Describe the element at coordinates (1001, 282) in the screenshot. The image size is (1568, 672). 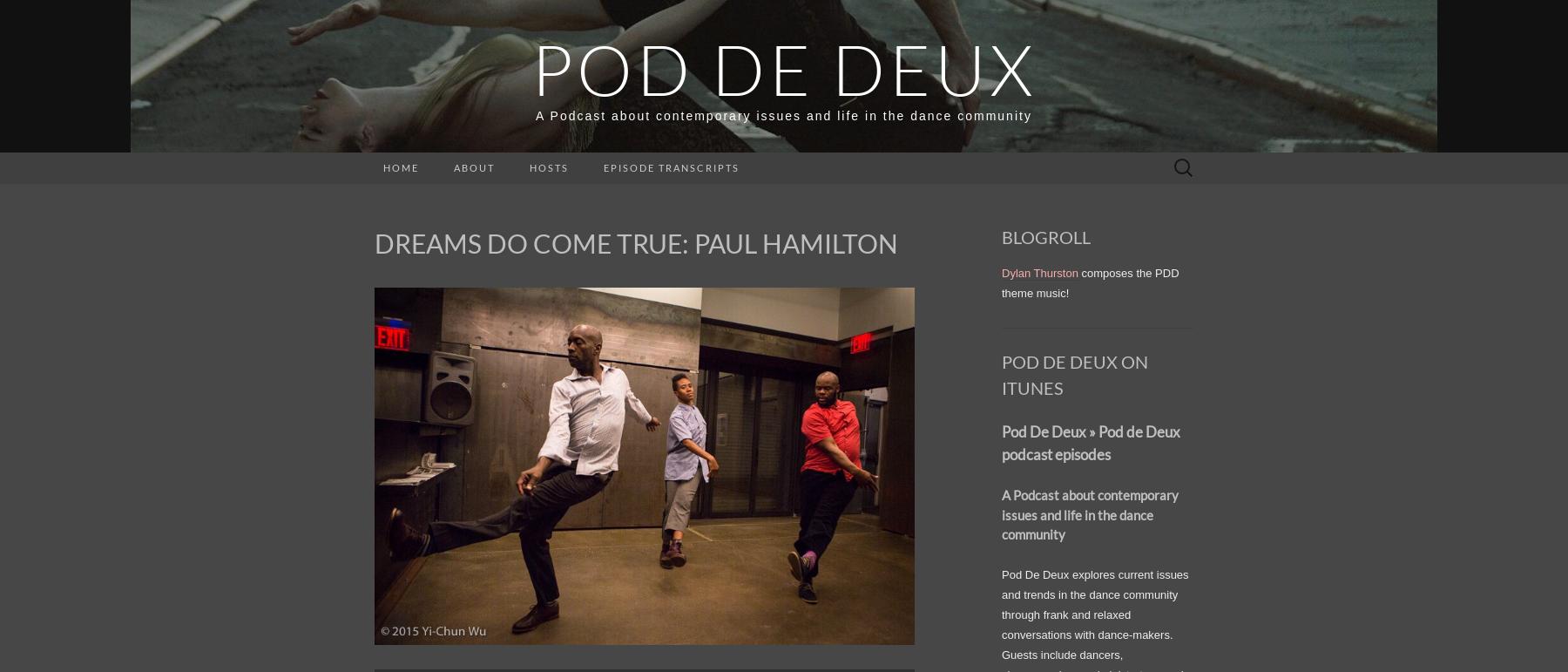
I see `'composes the PDD theme music!'` at that location.